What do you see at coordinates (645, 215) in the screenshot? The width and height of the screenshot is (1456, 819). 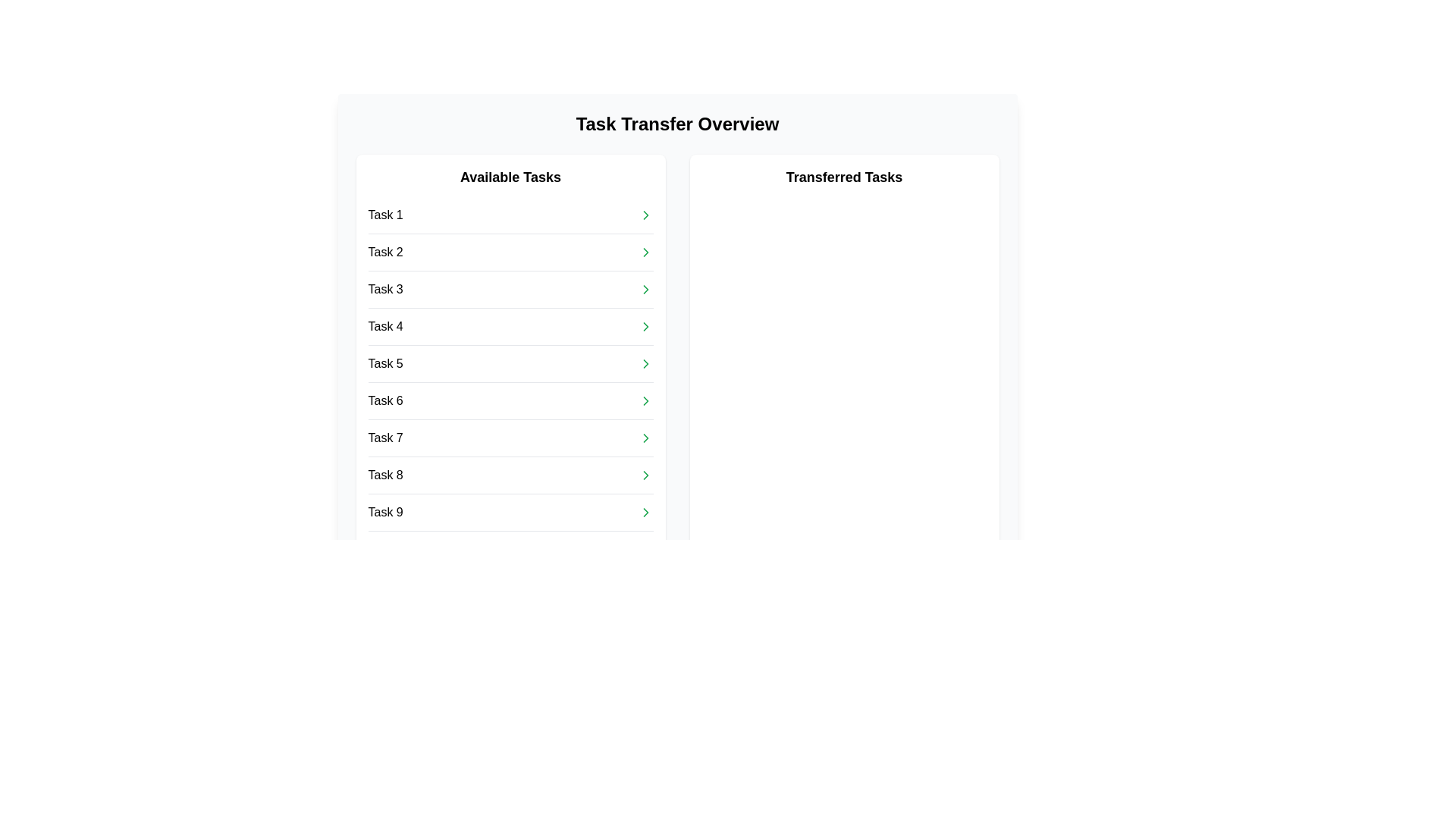 I see `the green arrow icon on the right side of 'Task 1' in the 'Available Tasks' list` at bounding box center [645, 215].